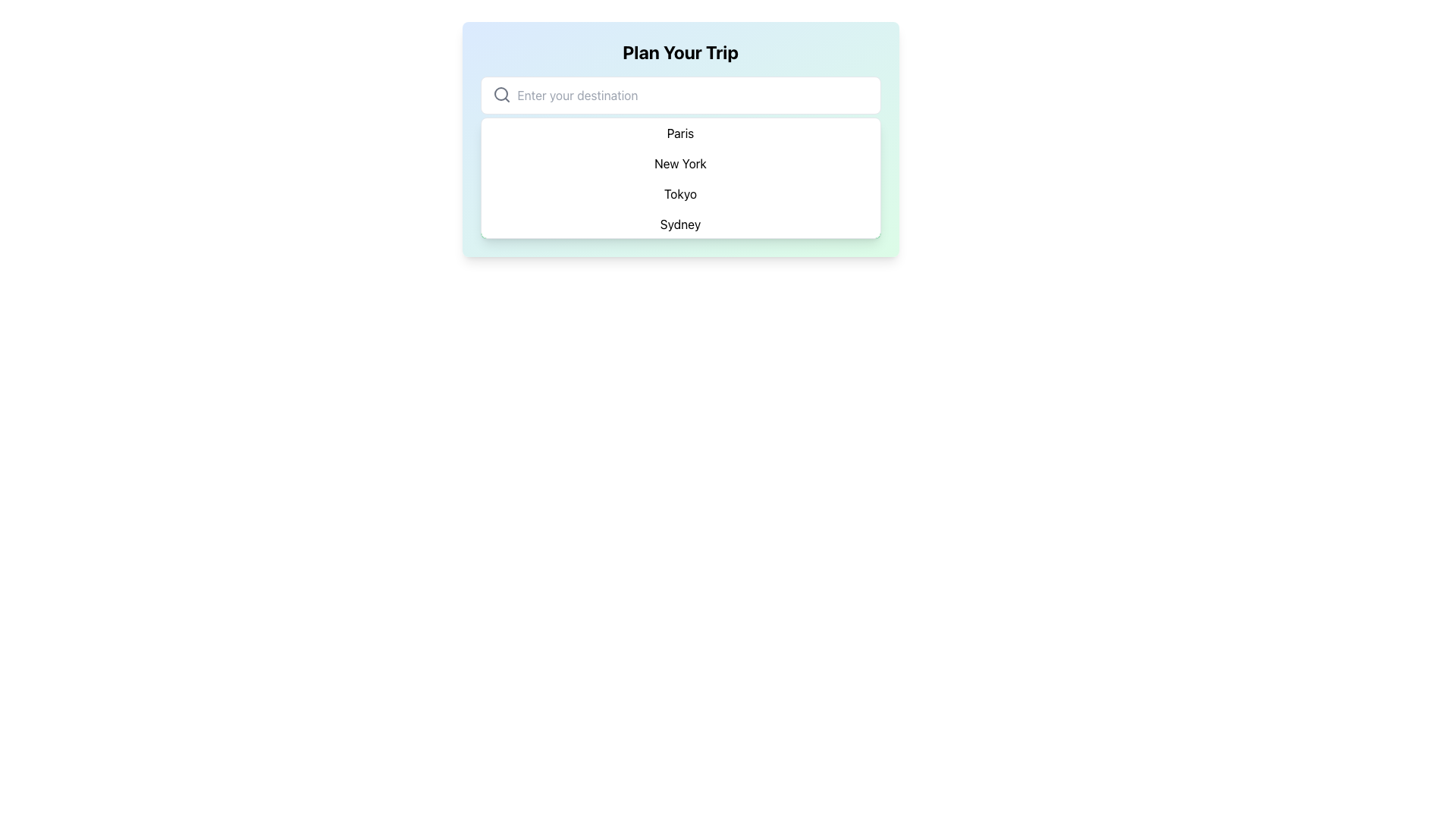 The height and width of the screenshot is (819, 1456). What do you see at coordinates (679, 193) in the screenshot?
I see `the selectable list item labeled 'Tokyo', which is the third item in a vertical list within the dropdown menu under 'Enter your destination'` at bounding box center [679, 193].